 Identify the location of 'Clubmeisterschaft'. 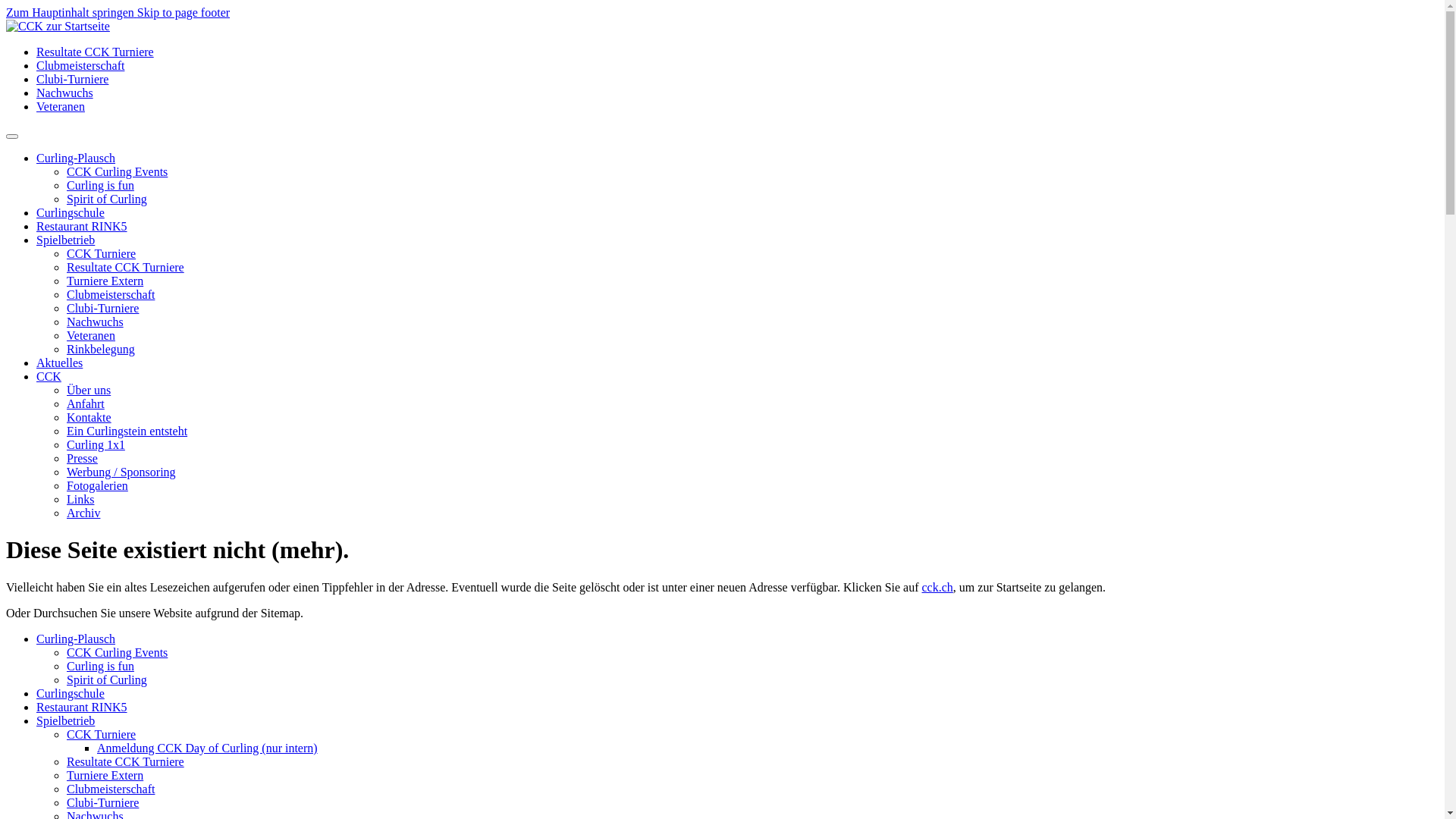
(79, 64).